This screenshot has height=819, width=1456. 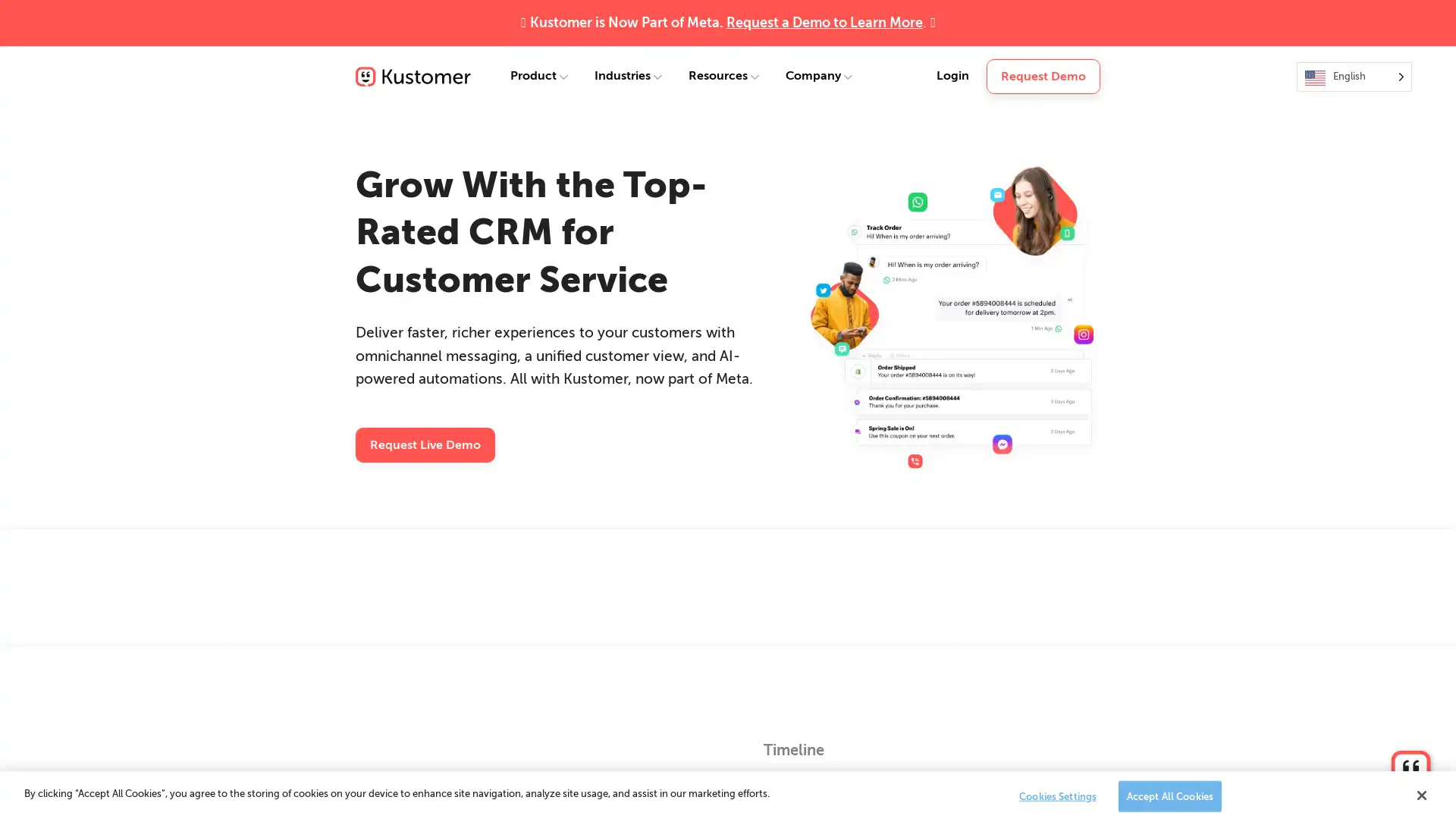 I want to click on Accept All Cookies, so click(x=1169, y=795).